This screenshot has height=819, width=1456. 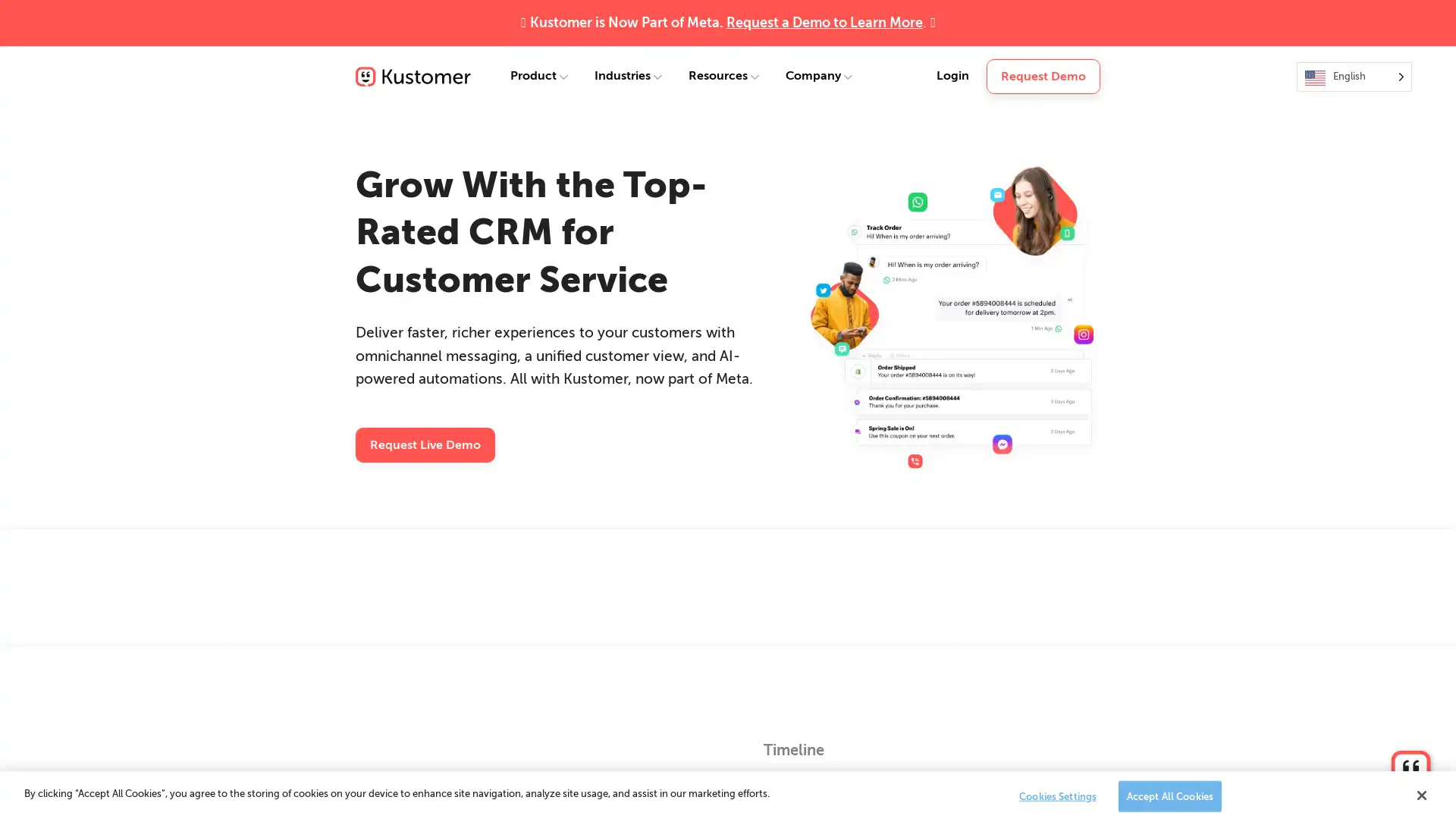 I want to click on Accept All Cookies, so click(x=1169, y=795).